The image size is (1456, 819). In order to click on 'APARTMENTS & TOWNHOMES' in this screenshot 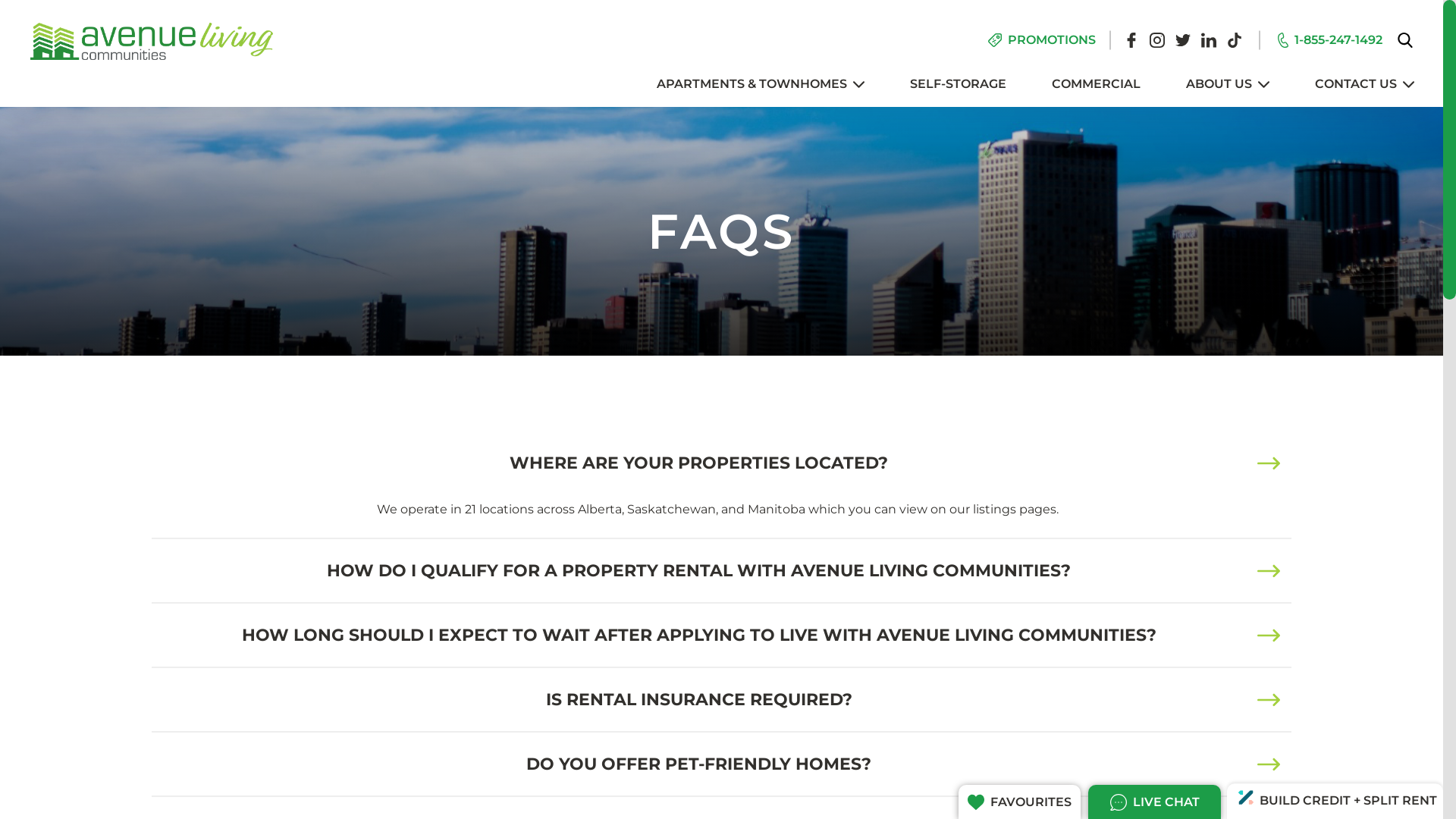, I will do `click(633, 84)`.